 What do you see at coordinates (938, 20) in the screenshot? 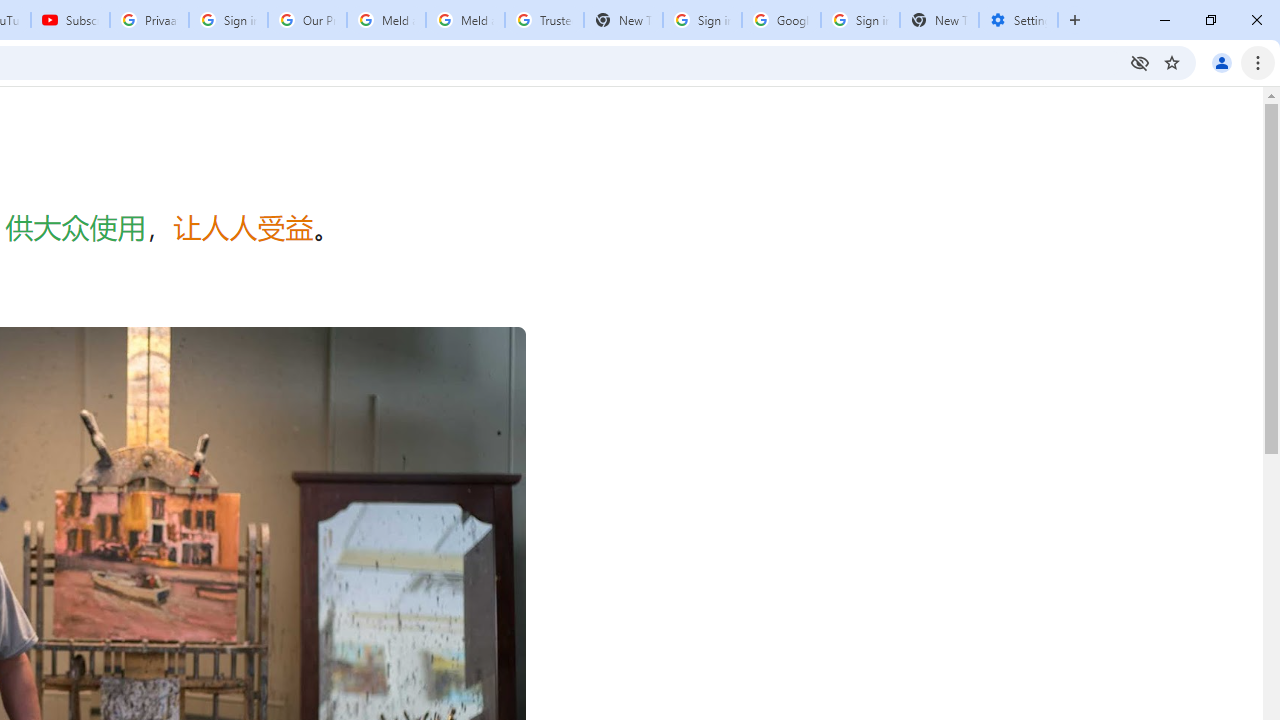
I see `'New Tab'` at bounding box center [938, 20].